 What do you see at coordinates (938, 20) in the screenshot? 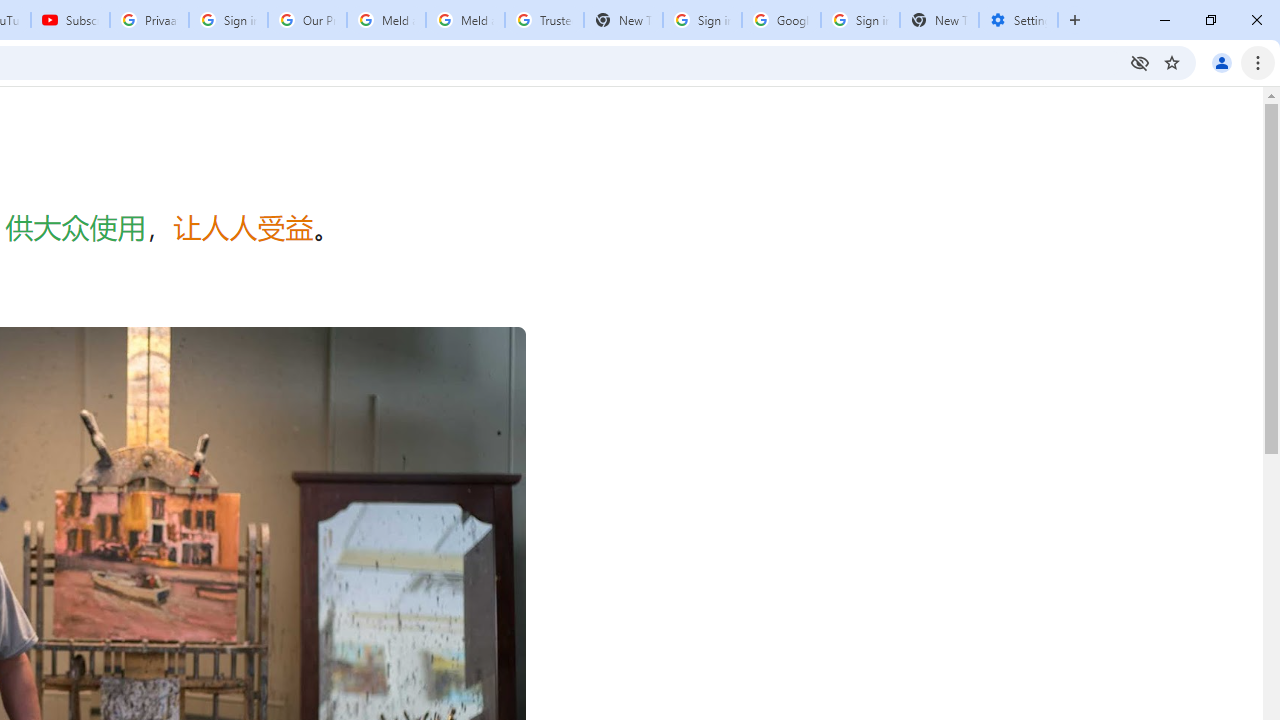
I see `'New Tab'` at bounding box center [938, 20].